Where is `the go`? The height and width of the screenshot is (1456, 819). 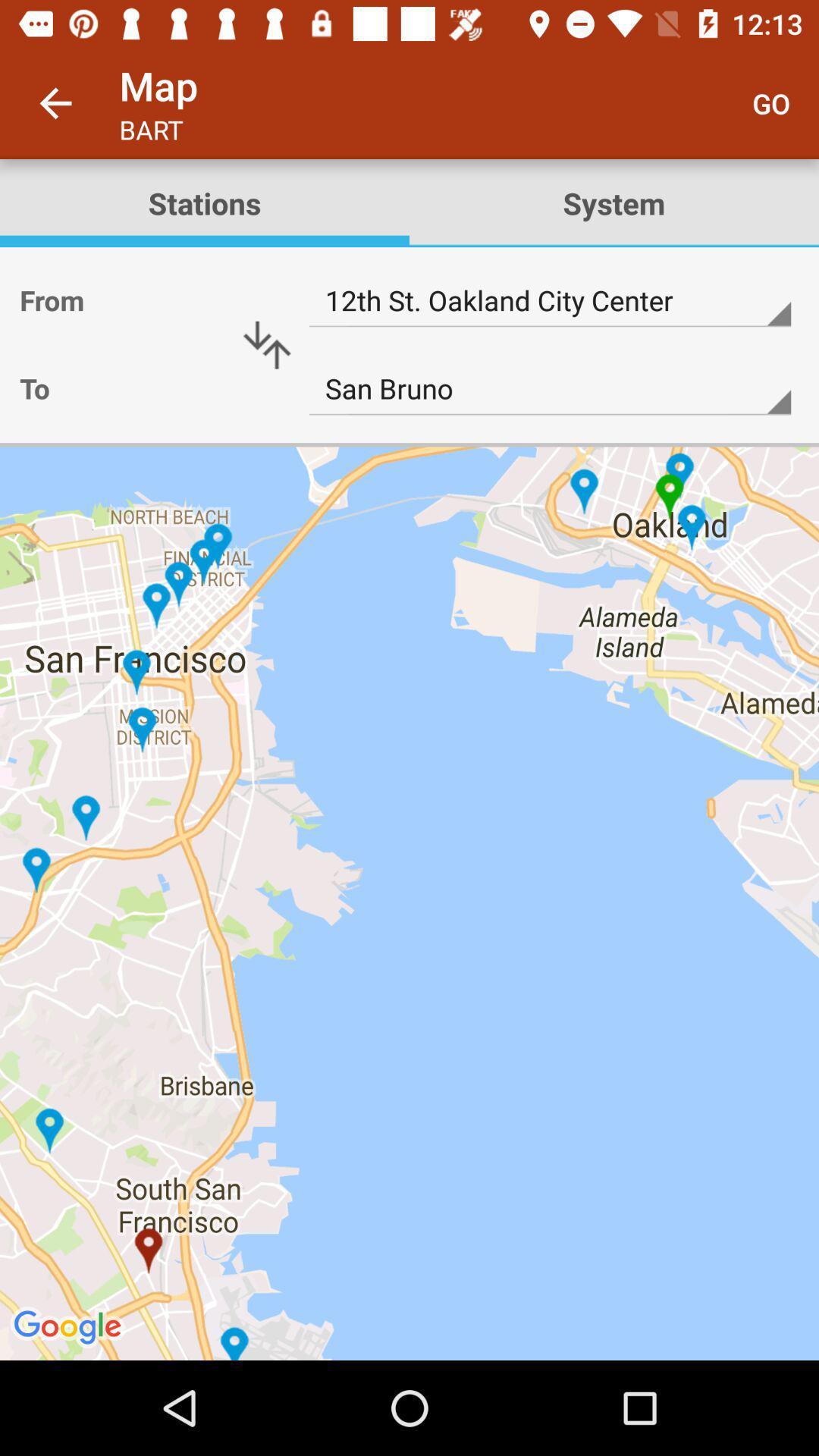 the go is located at coordinates (771, 102).